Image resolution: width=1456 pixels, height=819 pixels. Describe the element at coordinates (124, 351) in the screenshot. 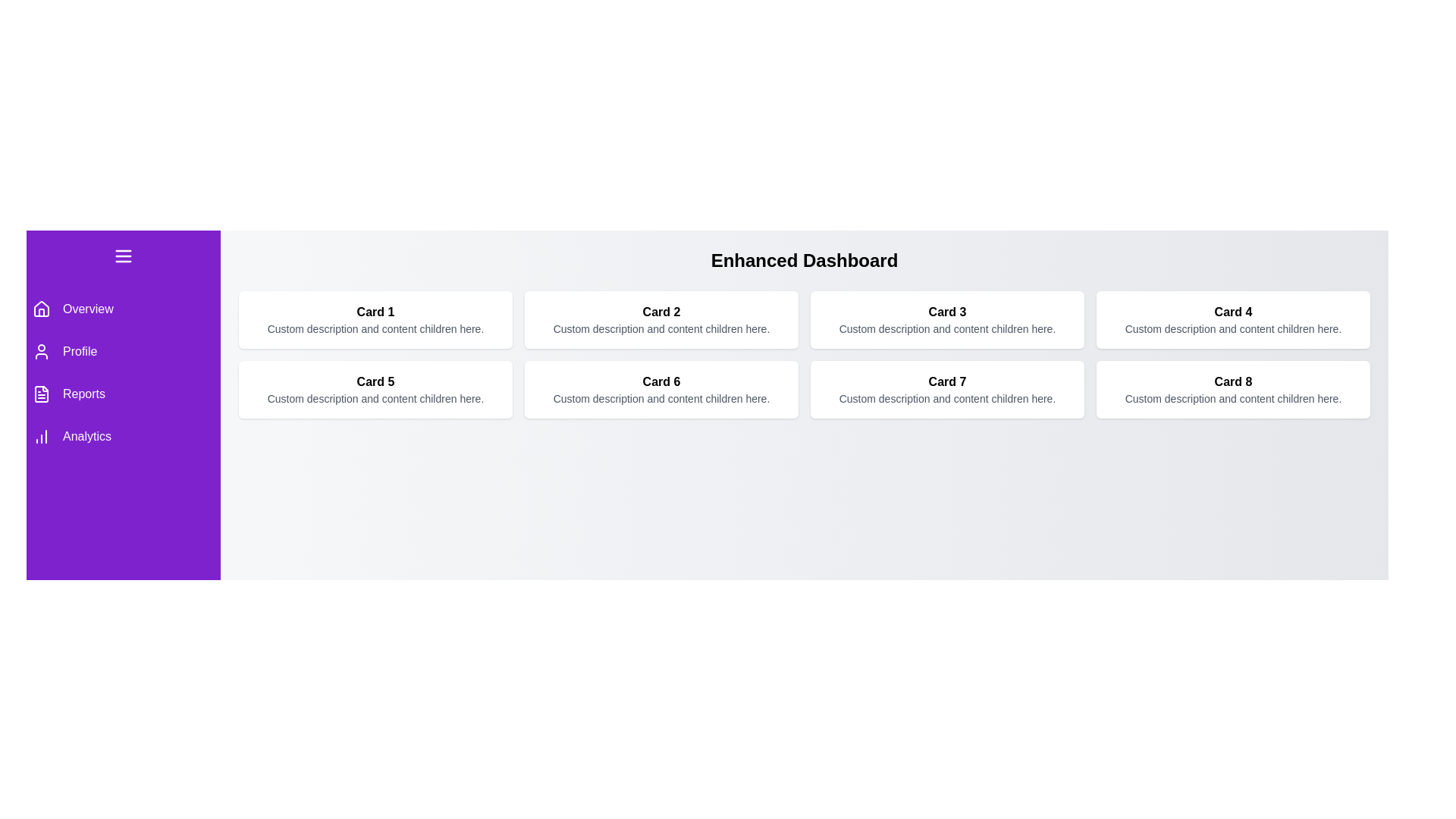

I see `the menu item Profile to navigate to the corresponding section` at that location.